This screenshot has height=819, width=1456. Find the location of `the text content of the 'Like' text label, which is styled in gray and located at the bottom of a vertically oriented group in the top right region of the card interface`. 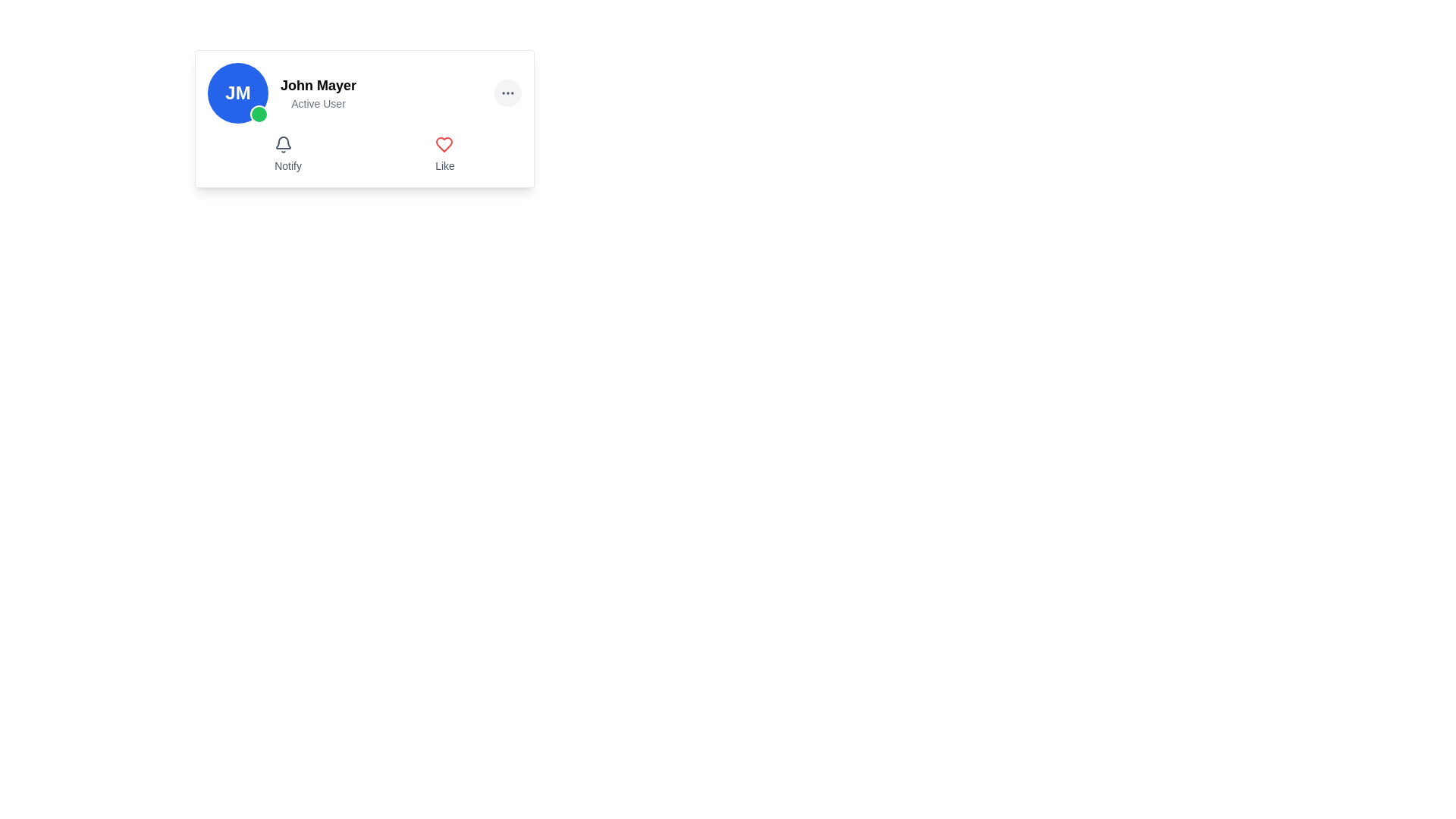

the text content of the 'Like' text label, which is styled in gray and located at the bottom of a vertically oriented group in the top right region of the card interface is located at coordinates (444, 166).